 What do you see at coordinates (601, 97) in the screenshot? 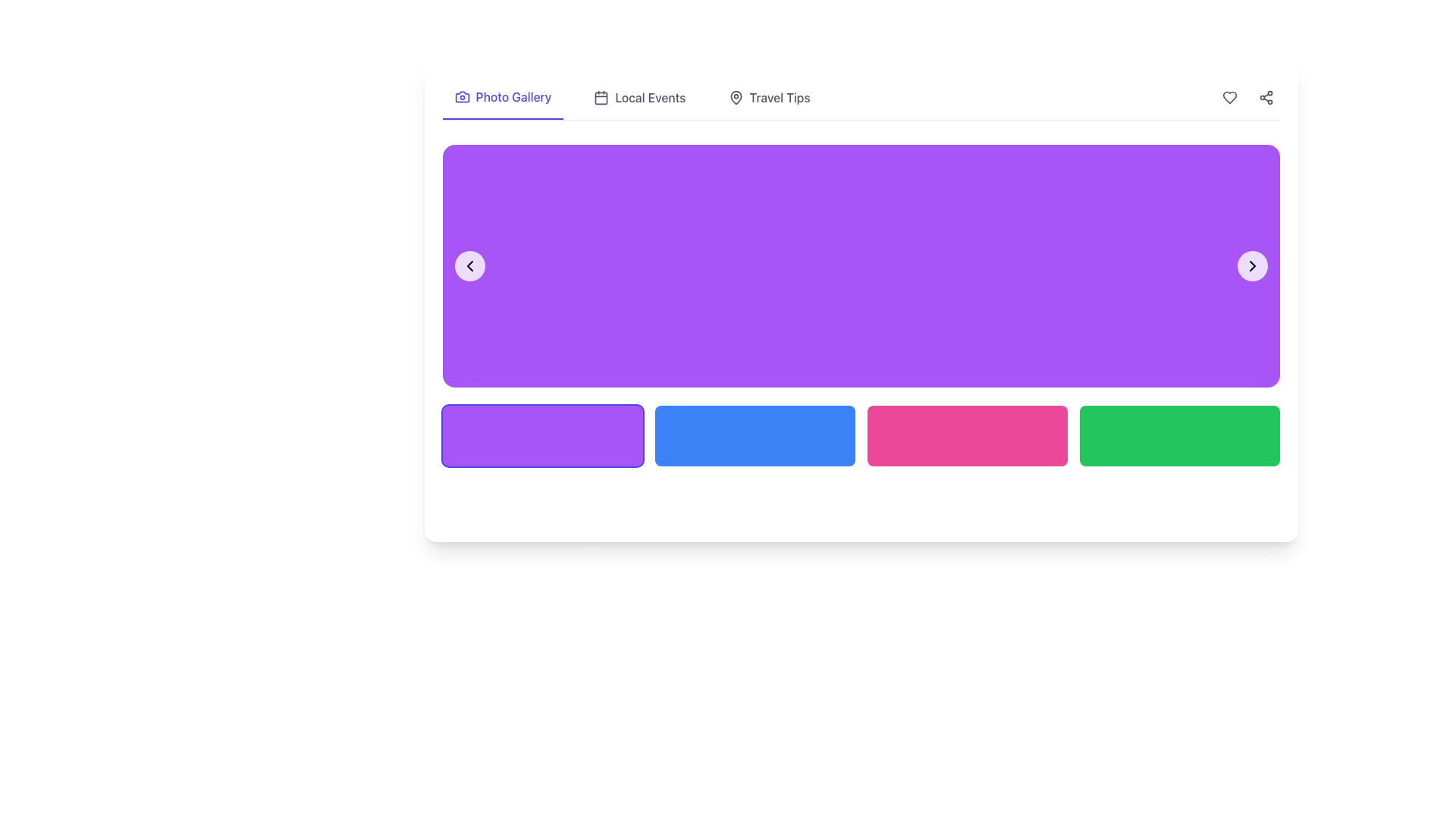
I see `the 'Local Events' icon in the navigation menu, which is visually identifiable as the symbol for events located adjacent to 'Photo Gallery' and 'Travel Tips'` at bounding box center [601, 97].